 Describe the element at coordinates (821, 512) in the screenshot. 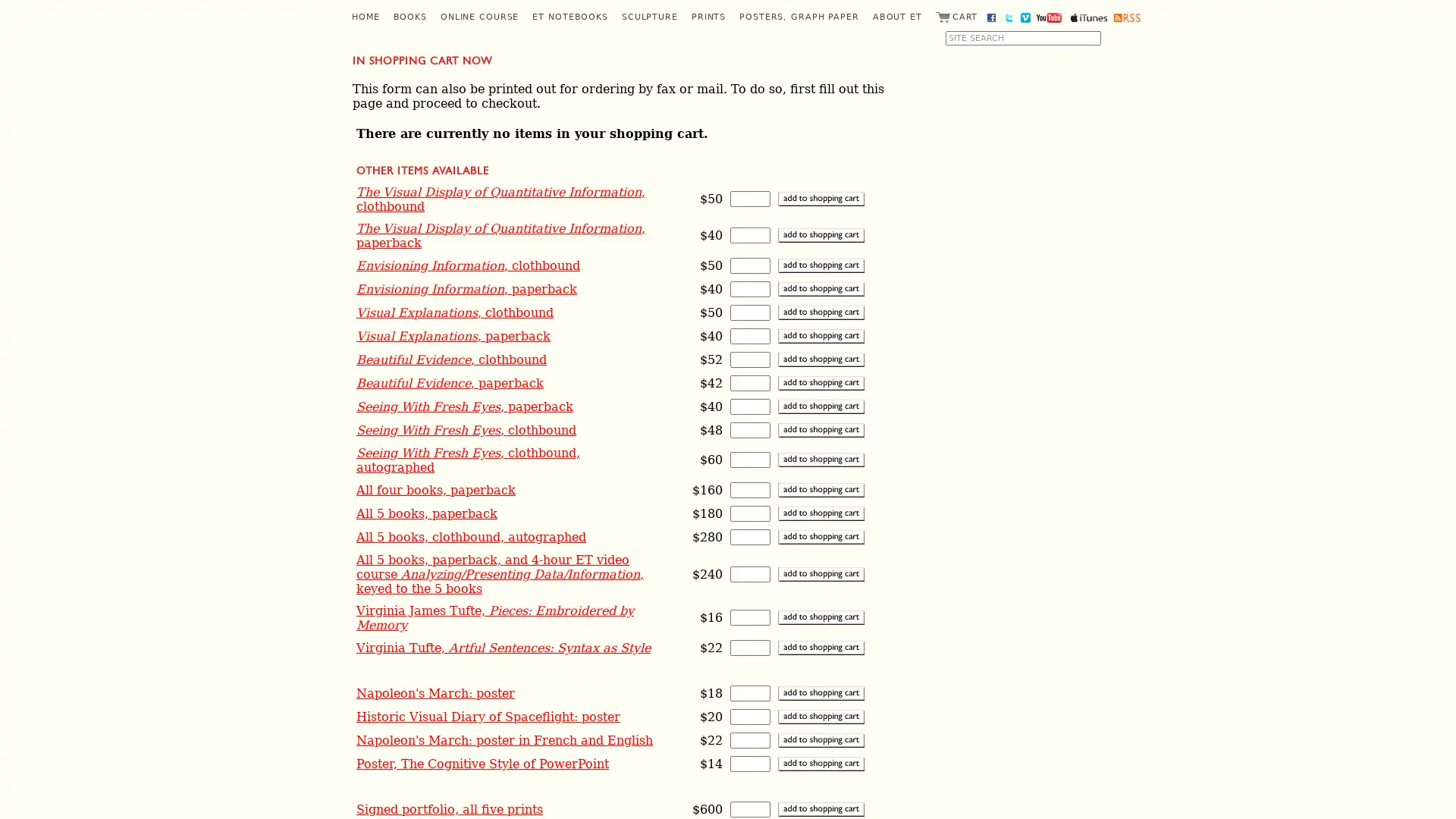

I see `add to shopping cart` at that location.